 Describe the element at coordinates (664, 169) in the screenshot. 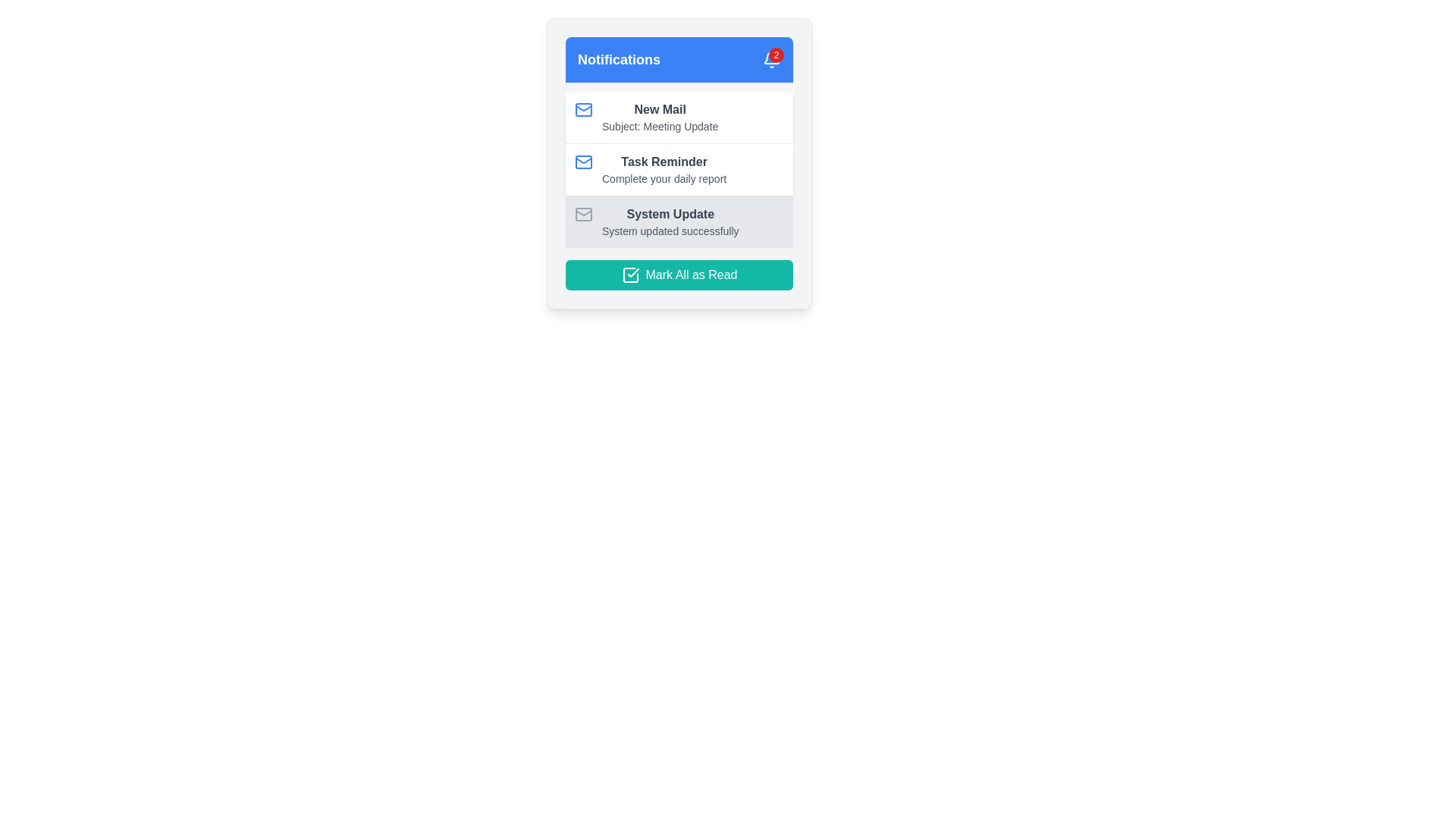

I see `the 'Task Reminder' notification item` at that location.